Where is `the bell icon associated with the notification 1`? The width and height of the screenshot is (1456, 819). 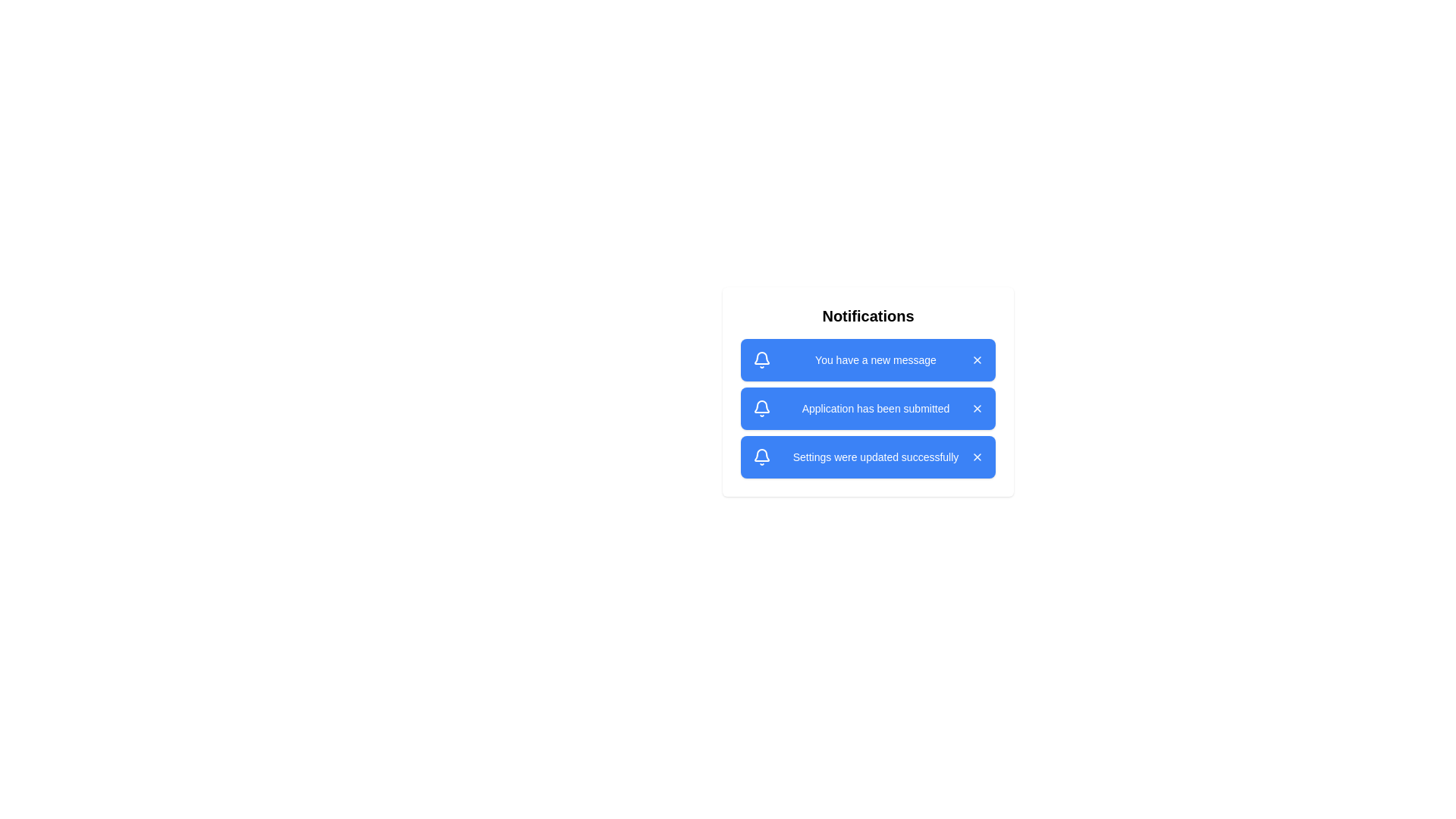
the bell icon associated with the notification 1 is located at coordinates (761, 359).